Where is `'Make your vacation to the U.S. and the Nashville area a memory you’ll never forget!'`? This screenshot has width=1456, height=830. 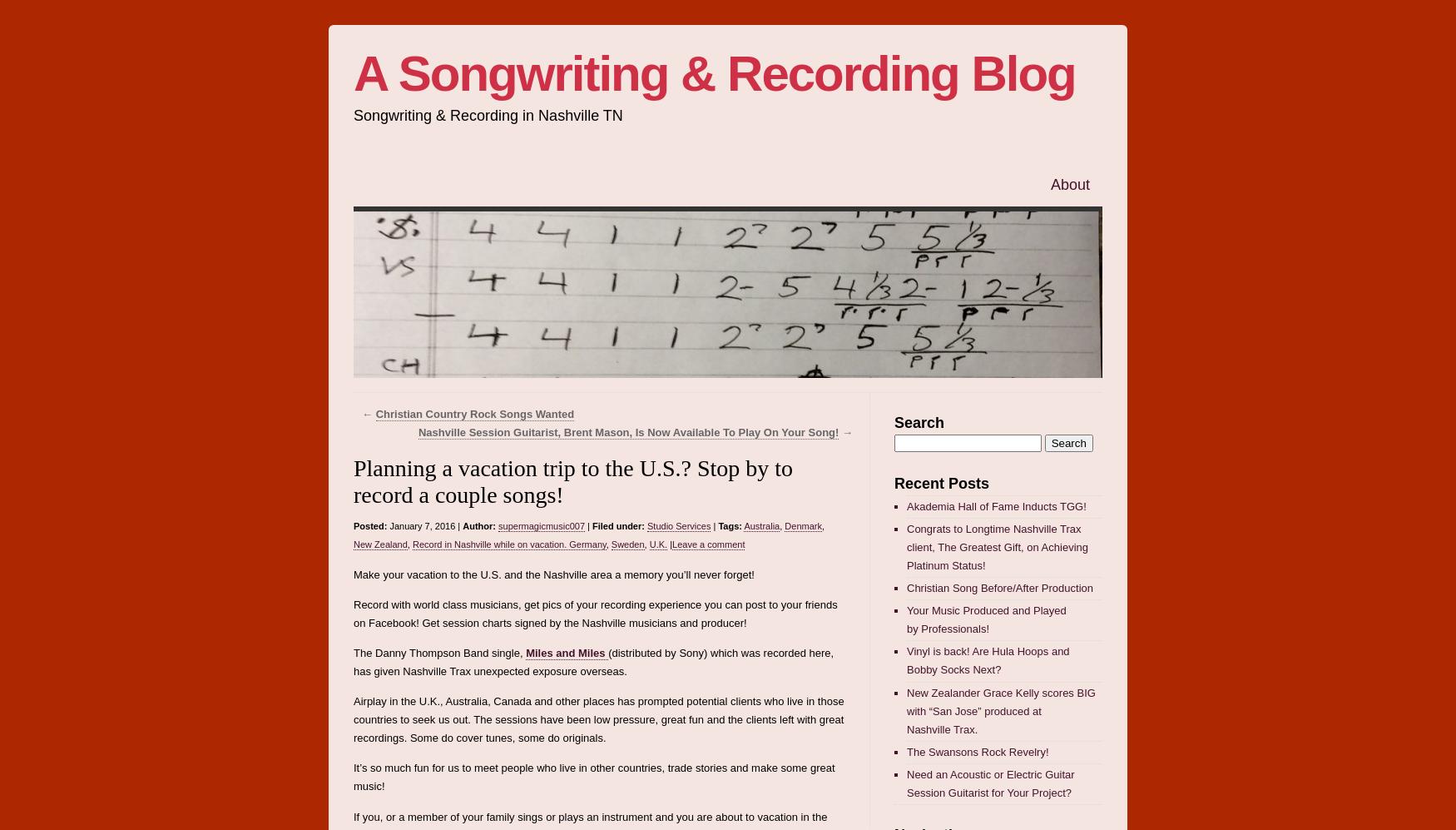 'Make your vacation to the U.S. and the Nashville area a memory you’ll never forget!' is located at coordinates (552, 573).